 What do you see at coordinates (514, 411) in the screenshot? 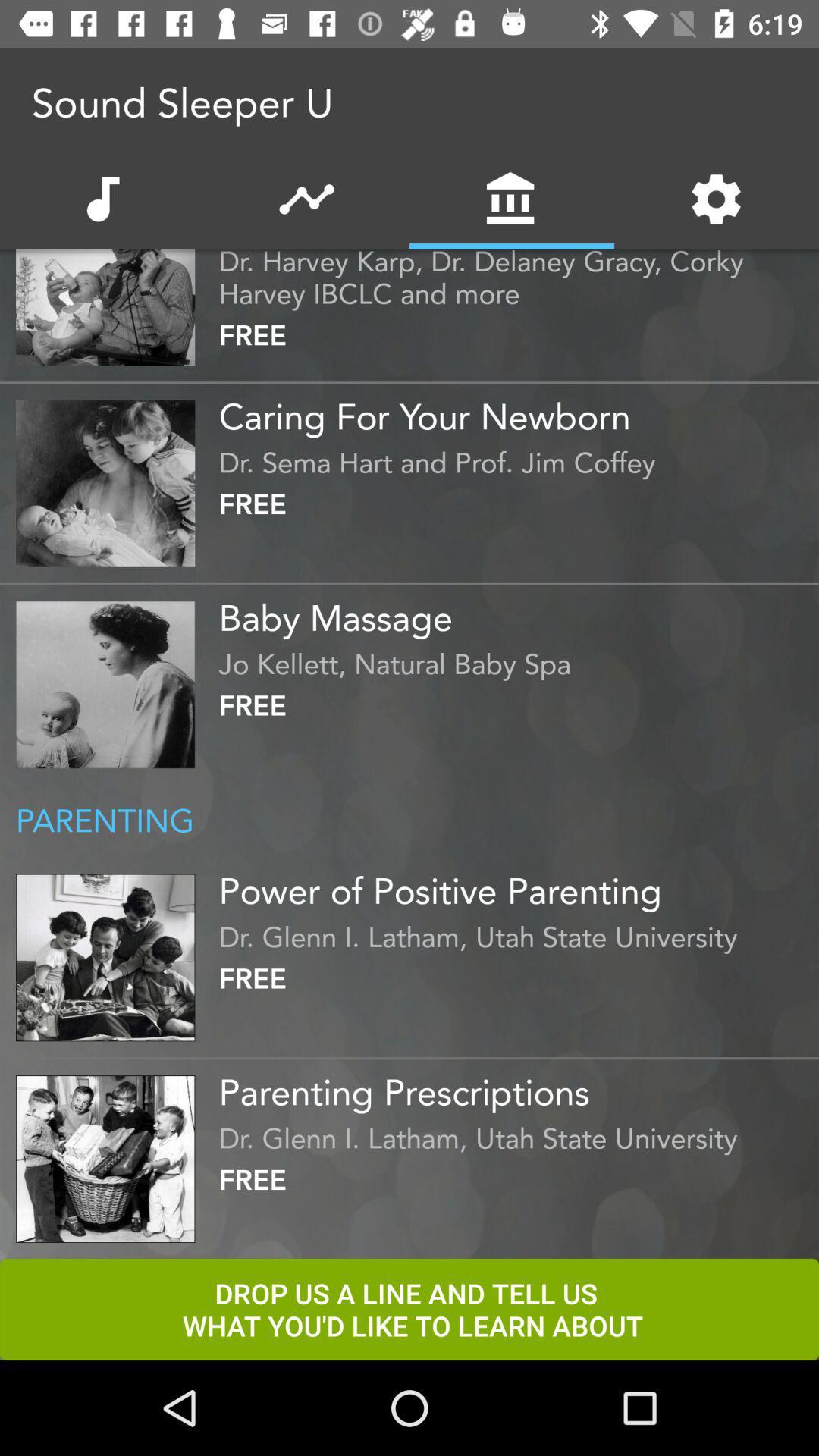
I see `caring for your item` at bounding box center [514, 411].